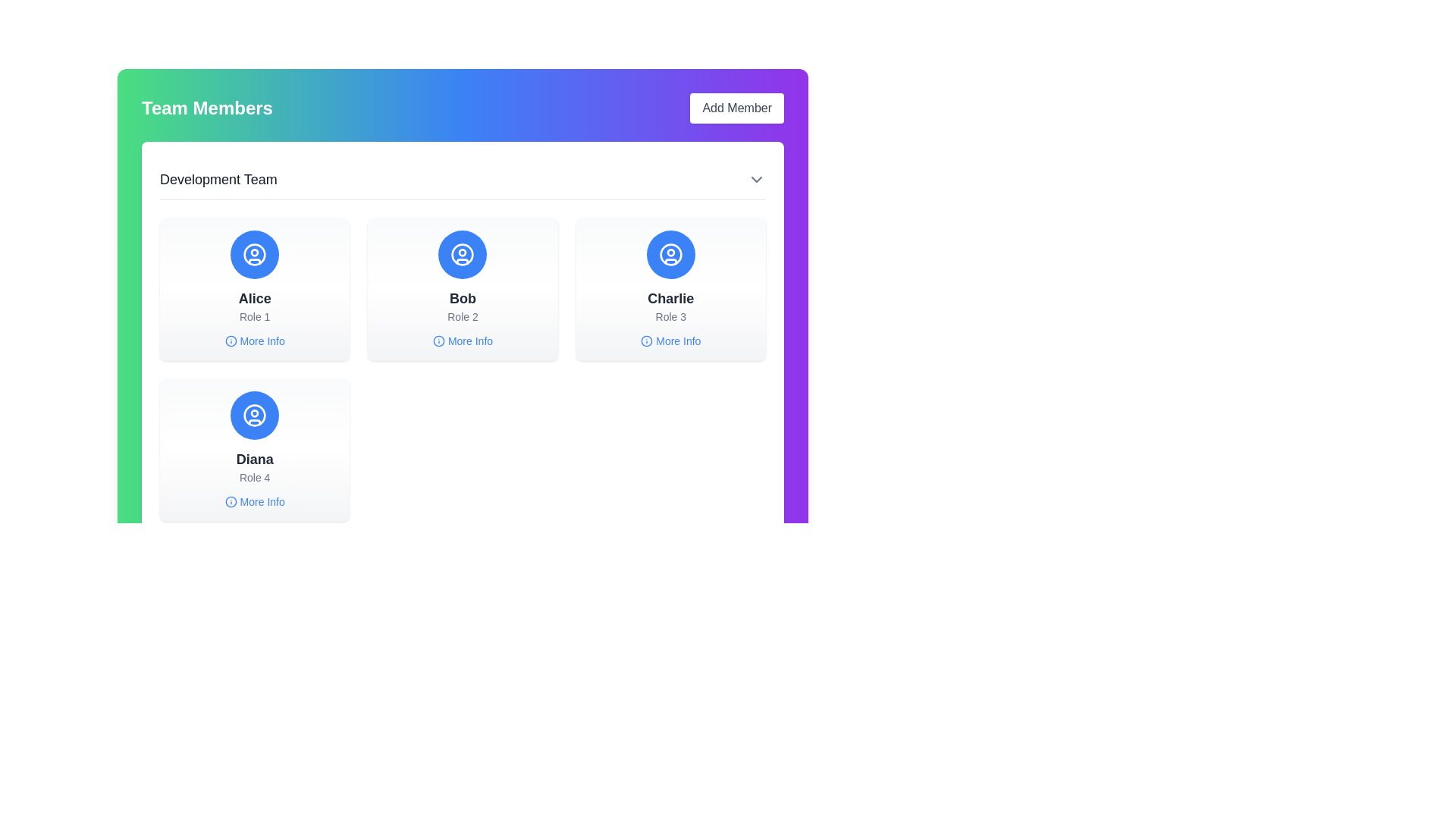 This screenshot has height=819, width=1456. Describe the element at coordinates (255, 450) in the screenshot. I see `the Team member card located in the bottom-left position of the grid layout` at that location.